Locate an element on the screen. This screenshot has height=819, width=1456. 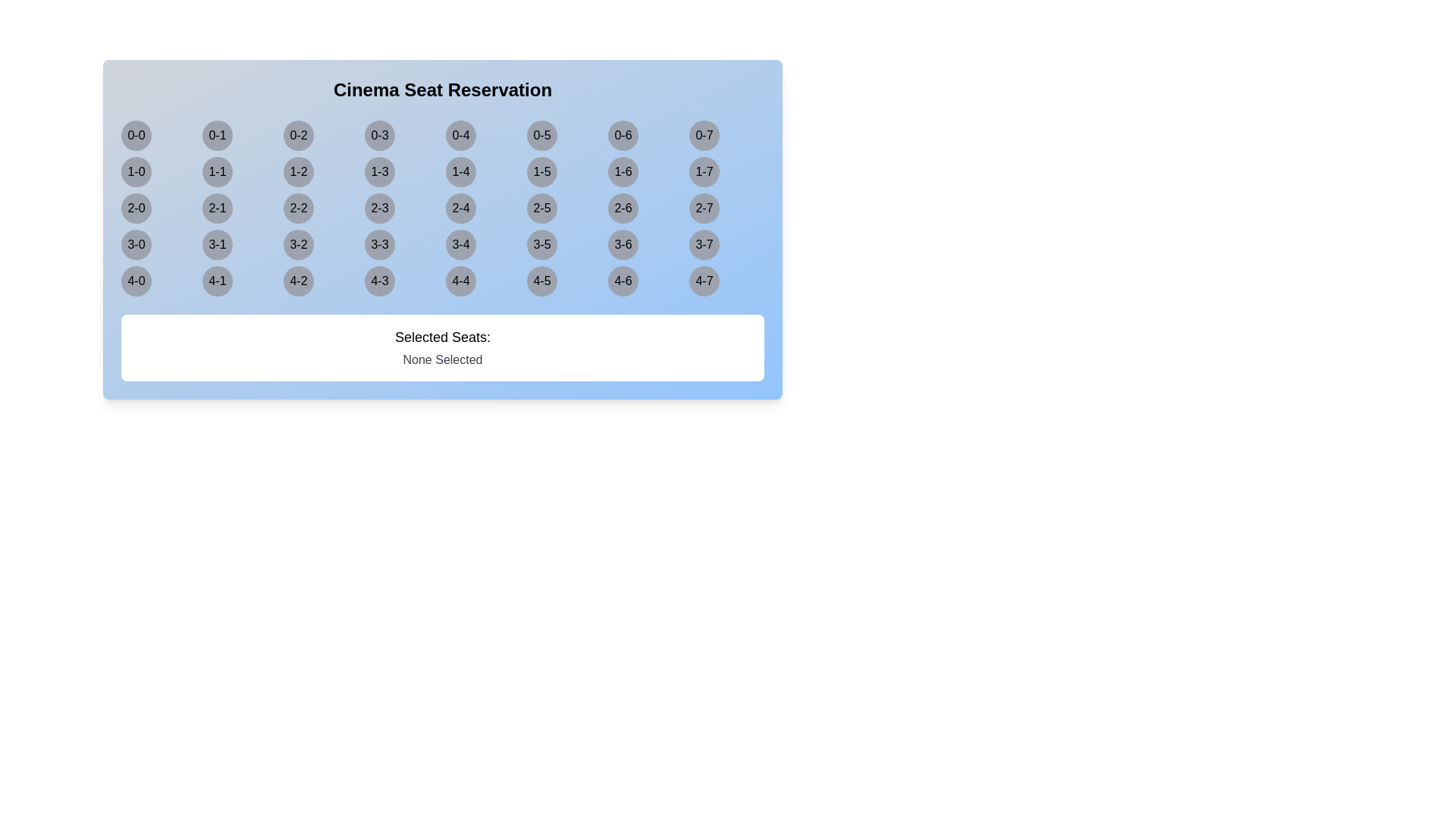
the text header 'Cinema Seat Reservation' which is styled in bold and large font, located at the top of the seat selection panel is located at coordinates (442, 90).